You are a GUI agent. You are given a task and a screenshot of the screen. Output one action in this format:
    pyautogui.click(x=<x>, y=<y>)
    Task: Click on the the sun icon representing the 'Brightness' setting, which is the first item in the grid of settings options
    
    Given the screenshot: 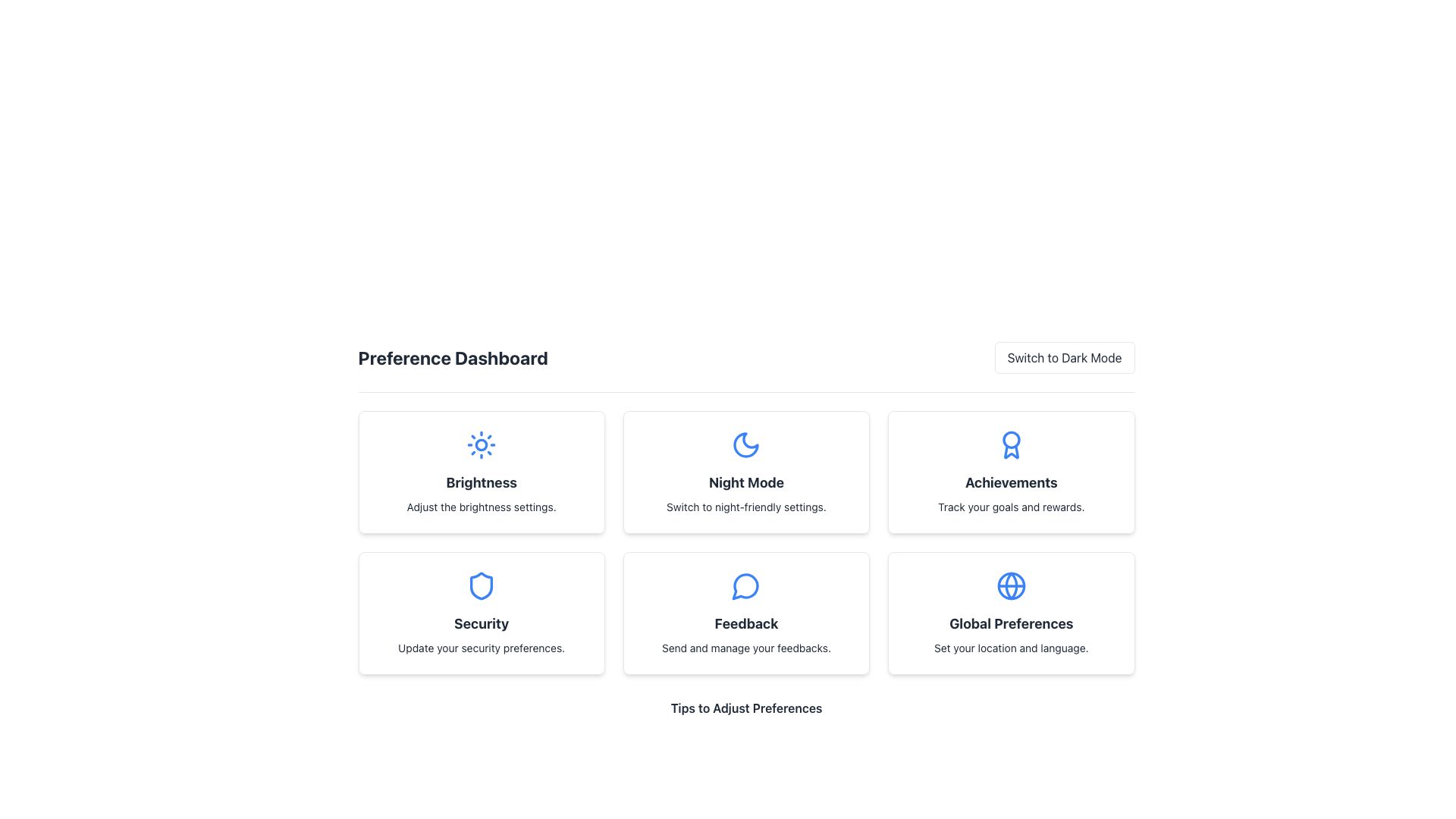 What is the action you would take?
    pyautogui.click(x=481, y=444)
    